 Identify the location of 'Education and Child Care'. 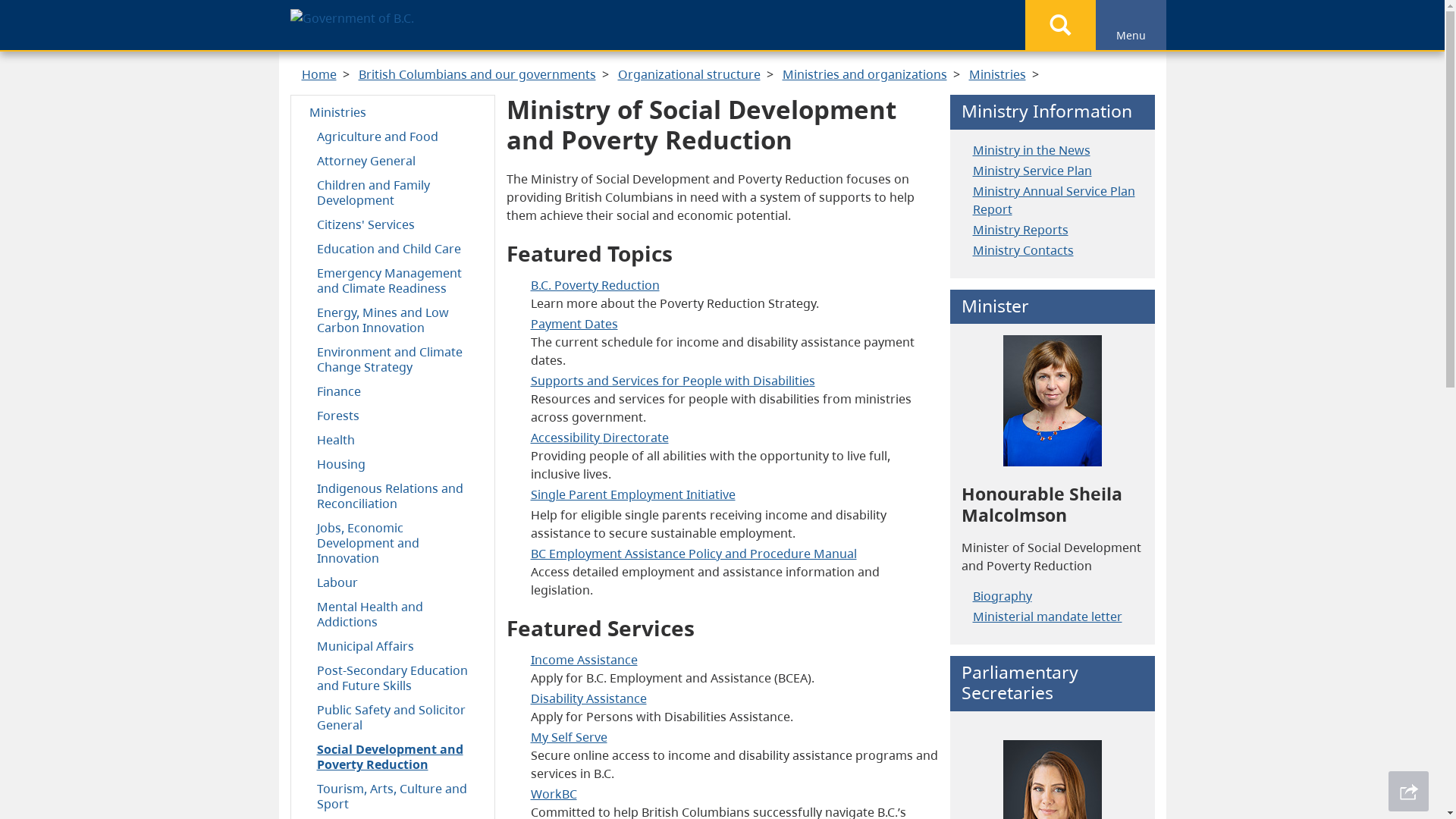
(393, 247).